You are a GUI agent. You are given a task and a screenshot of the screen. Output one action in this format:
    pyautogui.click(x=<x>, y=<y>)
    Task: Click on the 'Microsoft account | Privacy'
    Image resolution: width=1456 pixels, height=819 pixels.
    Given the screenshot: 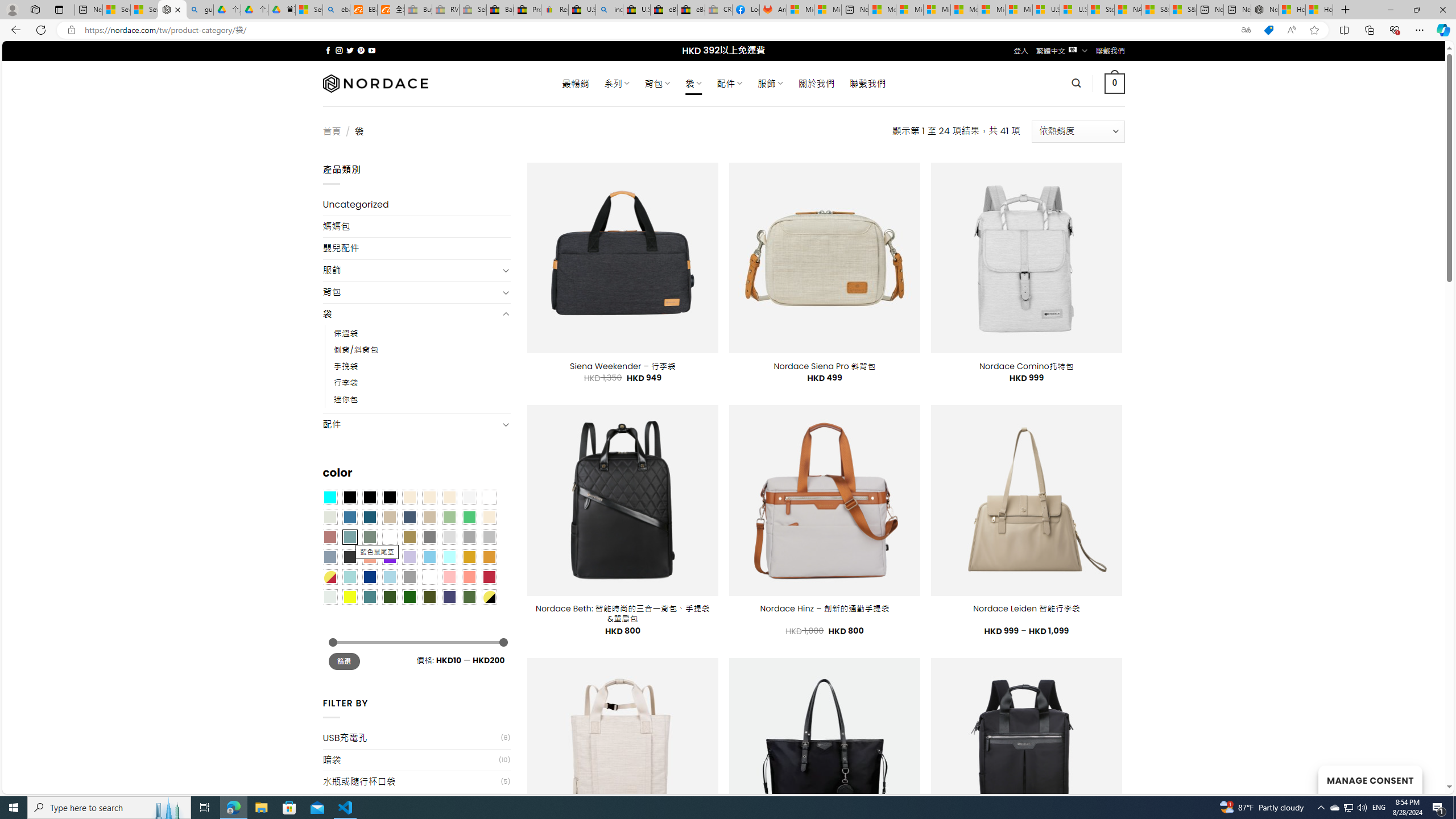 What is the action you would take?
    pyautogui.click(x=909, y=9)
    